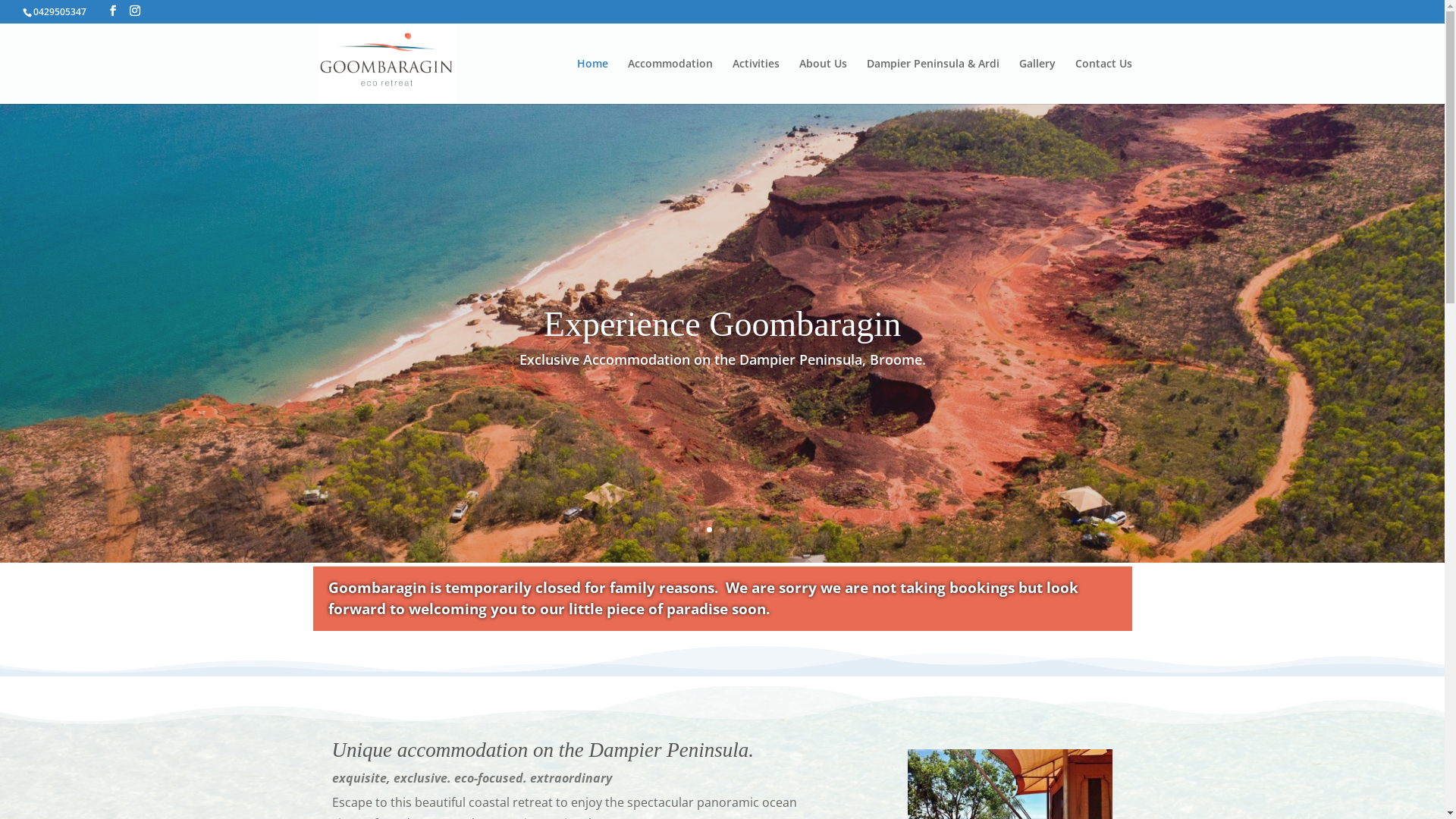 The height and width of the screenshot is (819, 1456). Describe the element at coordinates (748, 529) in the screenshot. I see `'5'` at that location.